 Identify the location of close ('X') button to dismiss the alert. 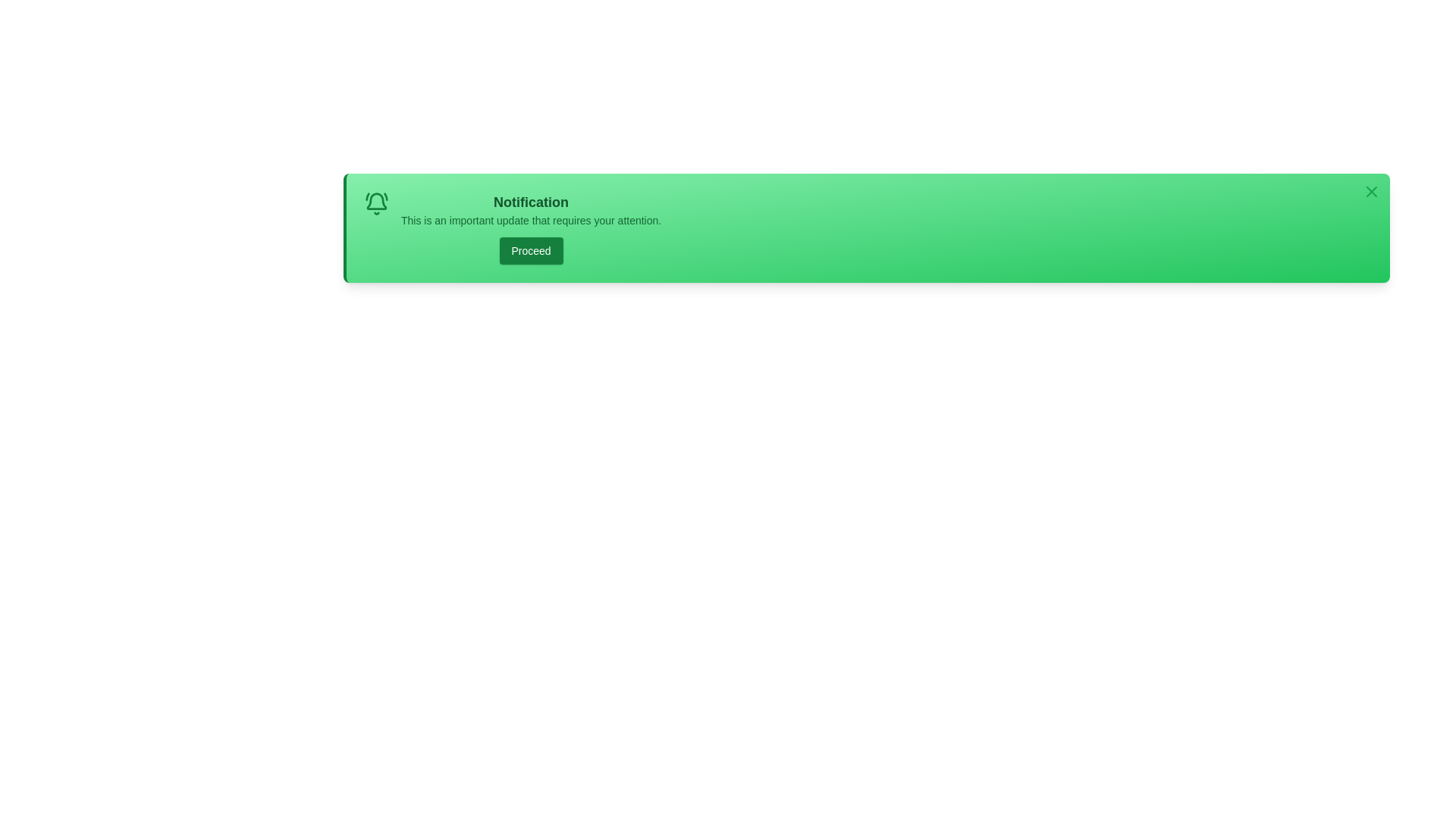
(1372, 191).